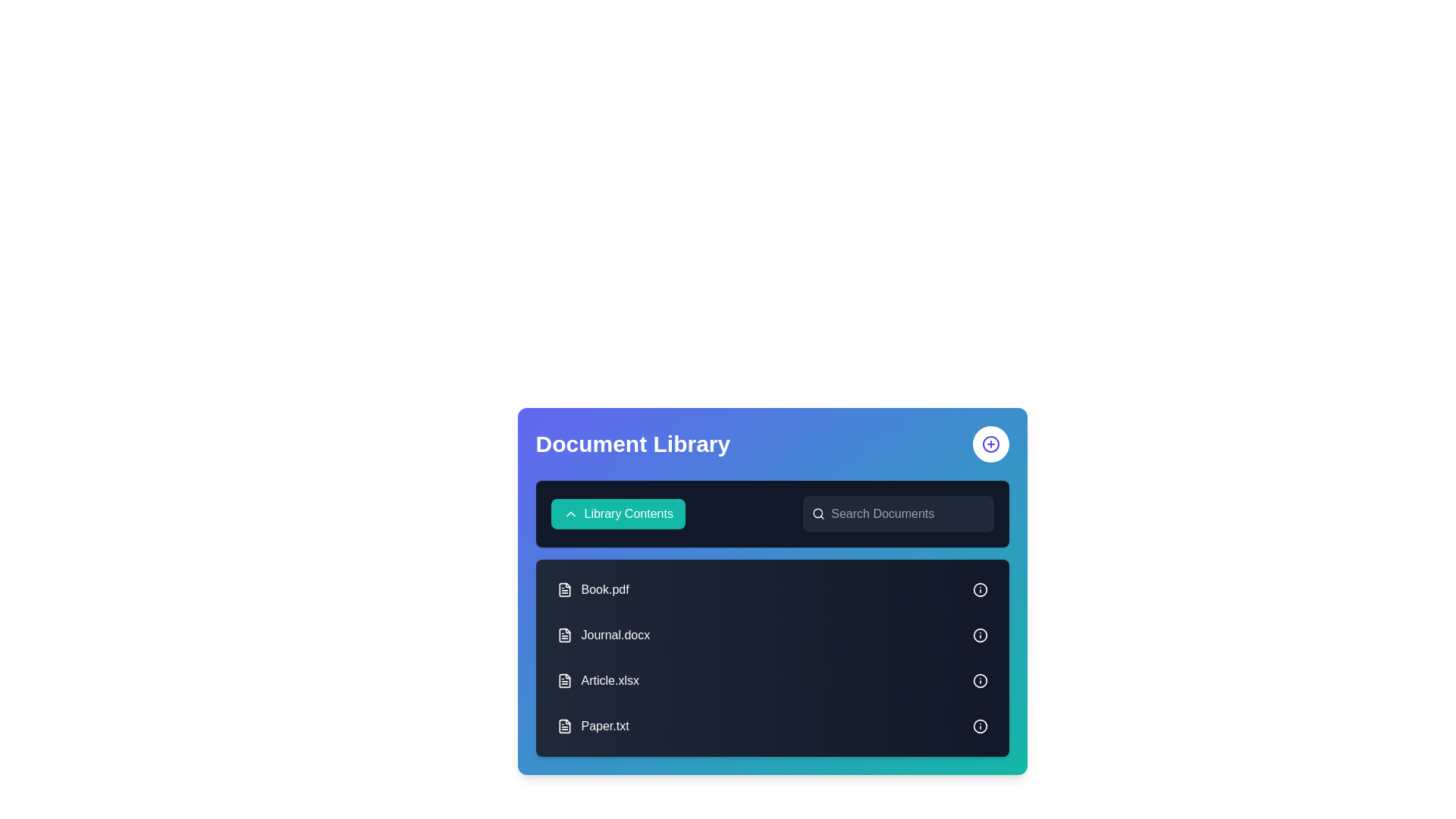 The width and height of the screenshot is (1456, 819). Describe the element at coordinates (990, 444) in the screenshot. I see `the SVG-circle graphical element, which is a circular outline located in the top-right region of the interface, part of a cross graphical representation` at that location.